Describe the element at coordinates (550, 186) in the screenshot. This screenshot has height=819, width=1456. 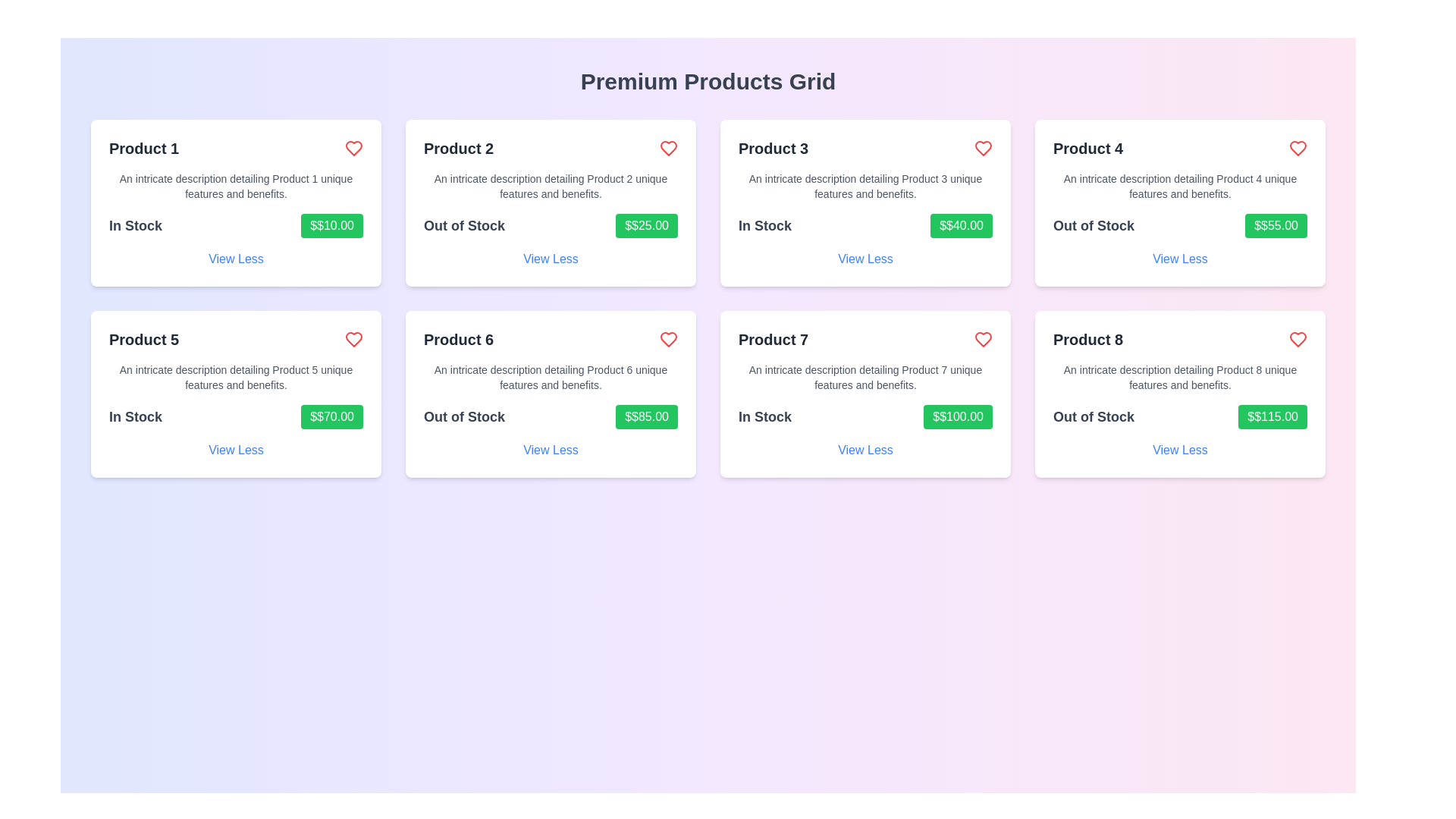
I see `descriptive text block providing information about 'Product 2', which is located centrally in the card below the title and above the 'Out of Stock' and price text` at that location.